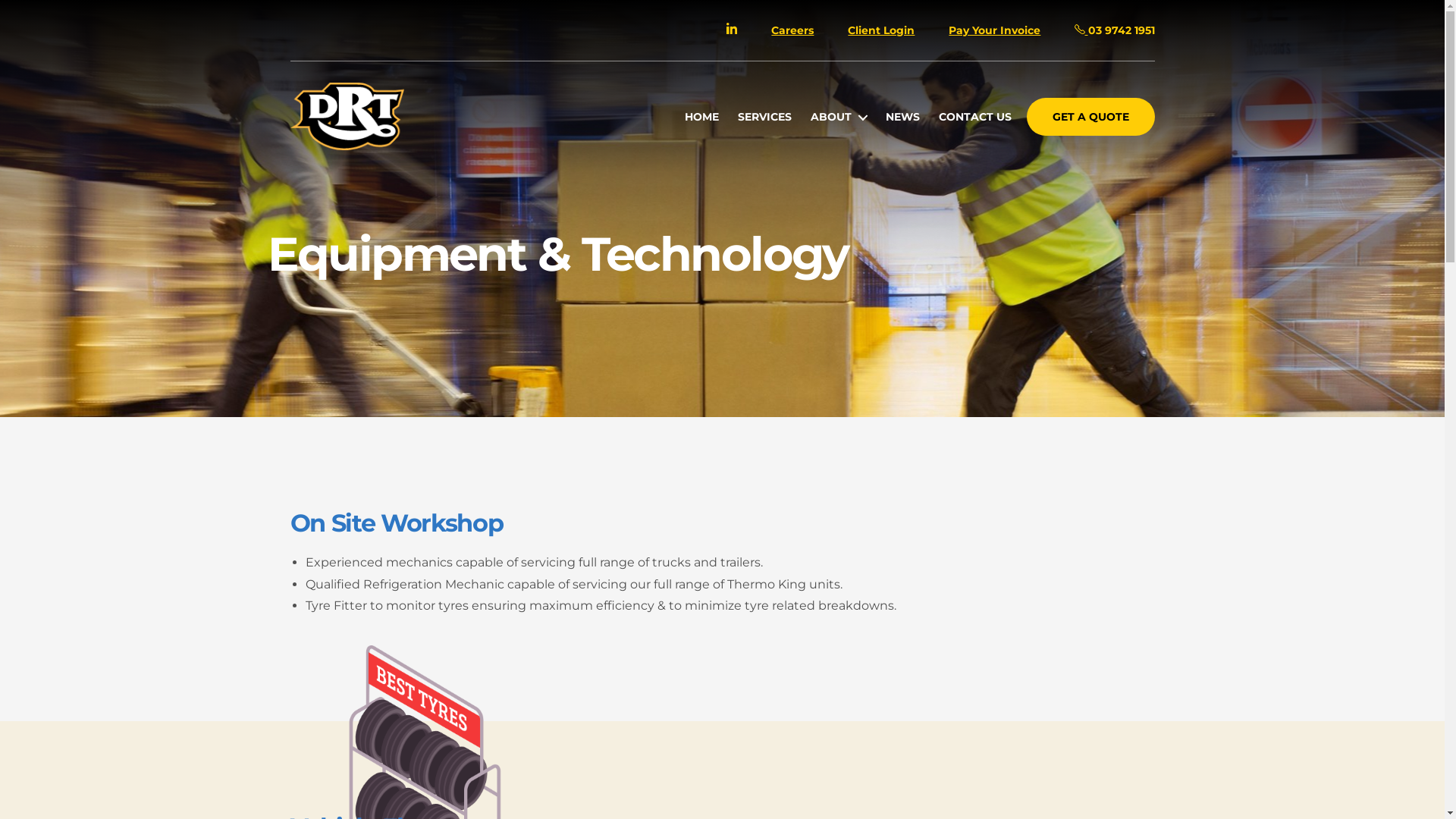 This screenshot has height=819, width=1456. I want to click on 'Careers', so click(792, 30).